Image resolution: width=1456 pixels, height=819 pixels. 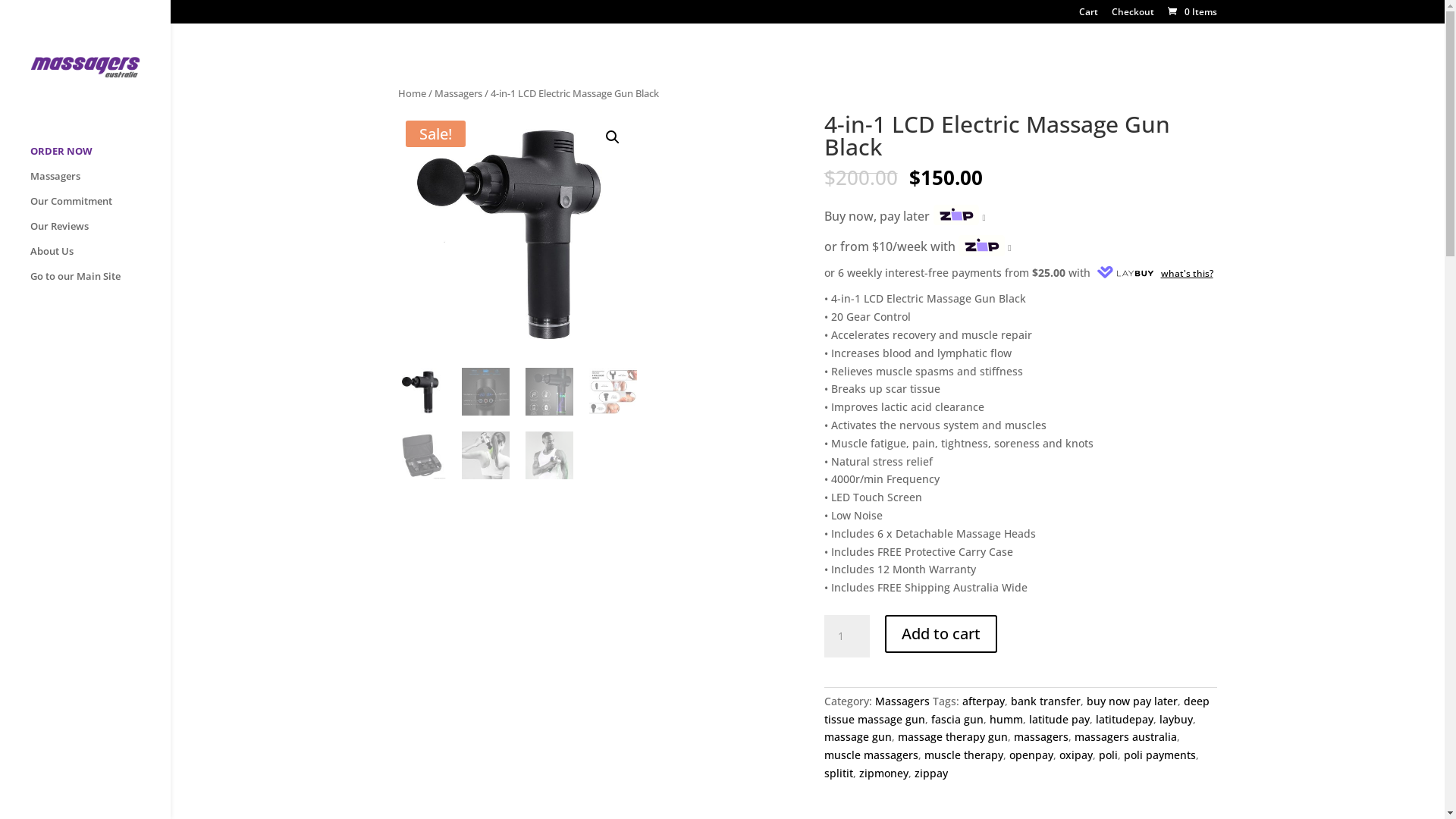 What do you see at coordinates (1108, 755) in the screenshot?
I see `'poli'` at bounding box center [1108, 755].